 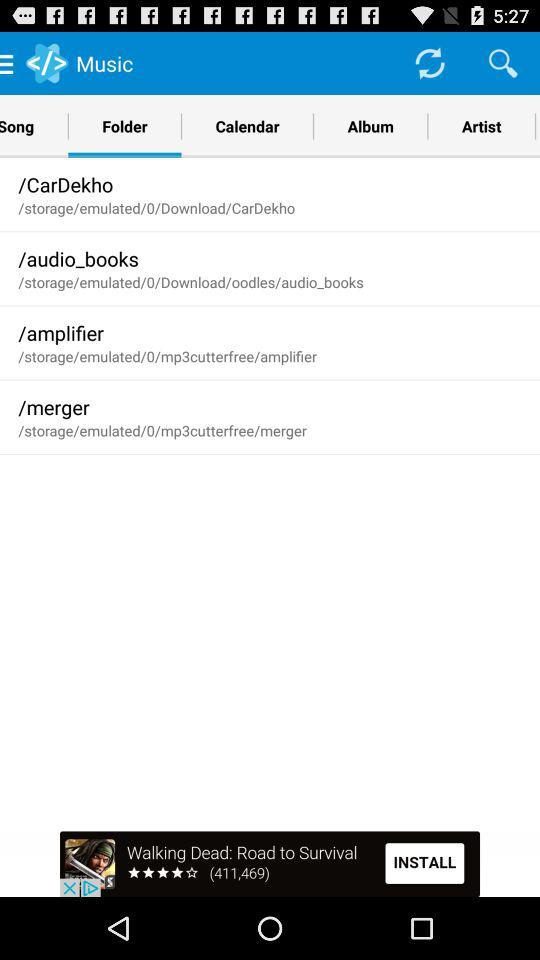 What do you see at coordinates (270, 863) in the screenshot?
I see `install the app` at bounding box center [270, 863].